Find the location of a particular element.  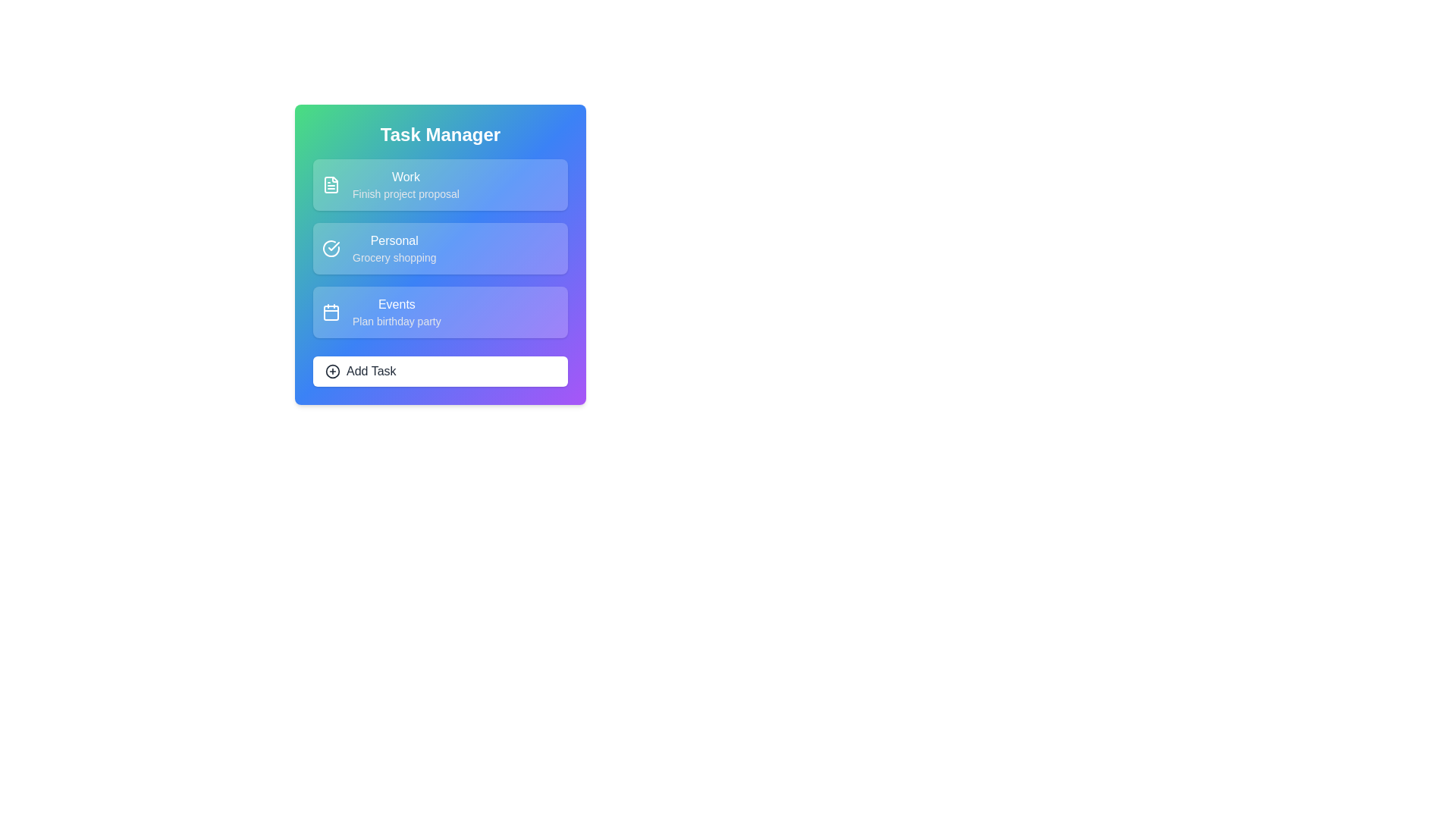

the 'Add Task' button to add a new task is located at coordinates (439, 371).